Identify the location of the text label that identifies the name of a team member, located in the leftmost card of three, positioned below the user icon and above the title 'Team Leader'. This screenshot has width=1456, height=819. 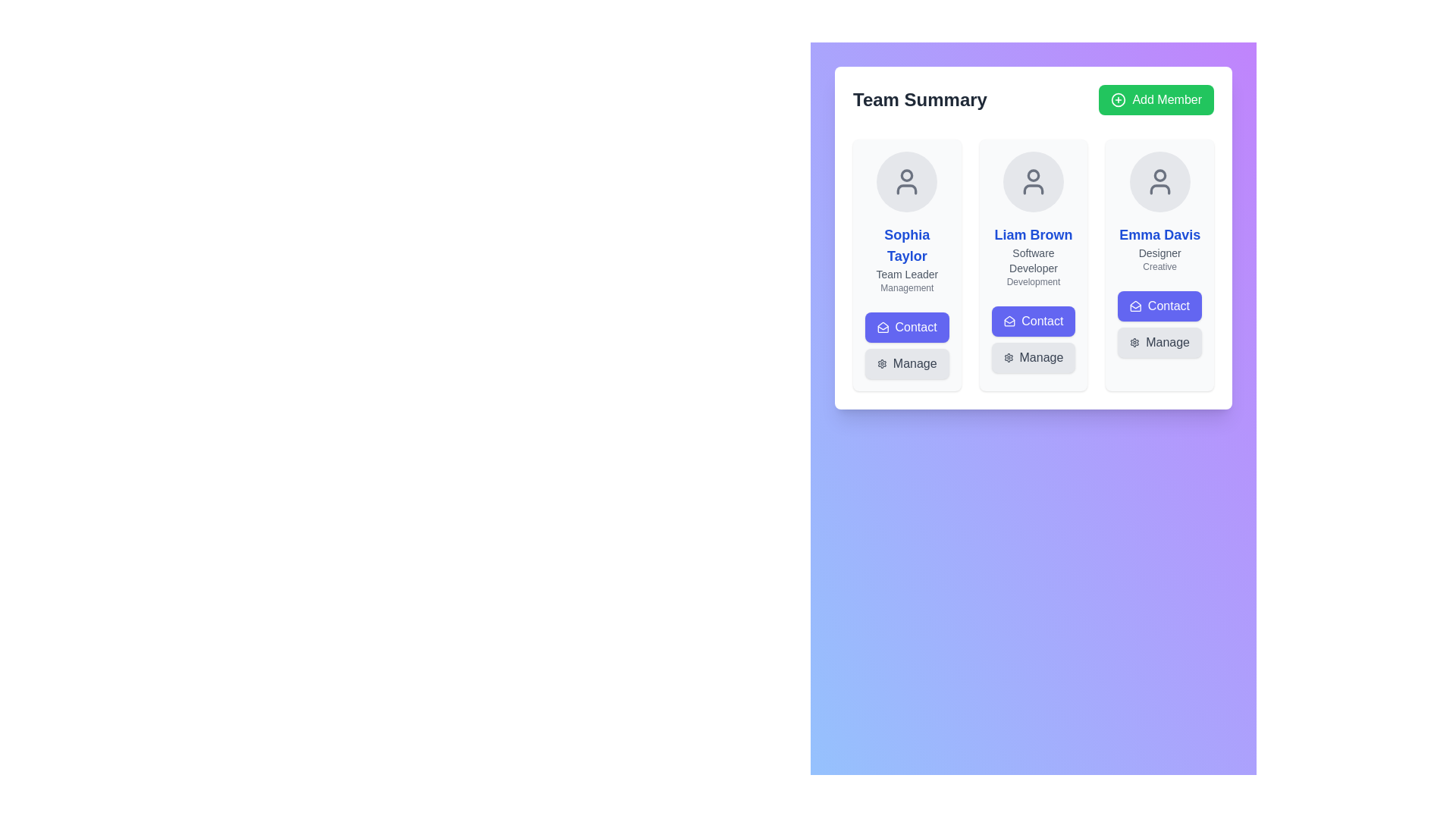
(907, 245).